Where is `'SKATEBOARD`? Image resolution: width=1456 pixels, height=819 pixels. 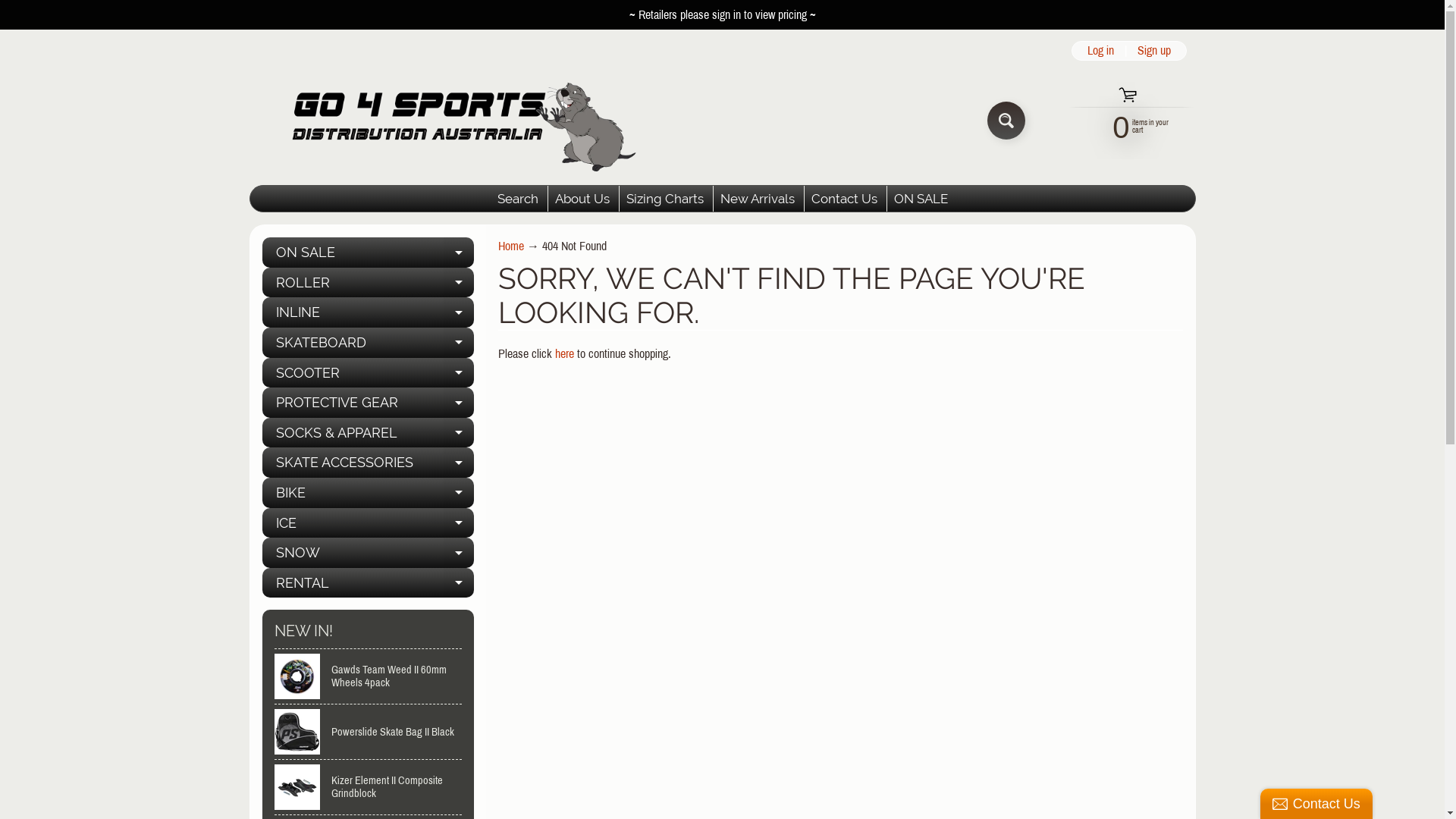
'SKATEBOARD is located at coordinates (262, 342).